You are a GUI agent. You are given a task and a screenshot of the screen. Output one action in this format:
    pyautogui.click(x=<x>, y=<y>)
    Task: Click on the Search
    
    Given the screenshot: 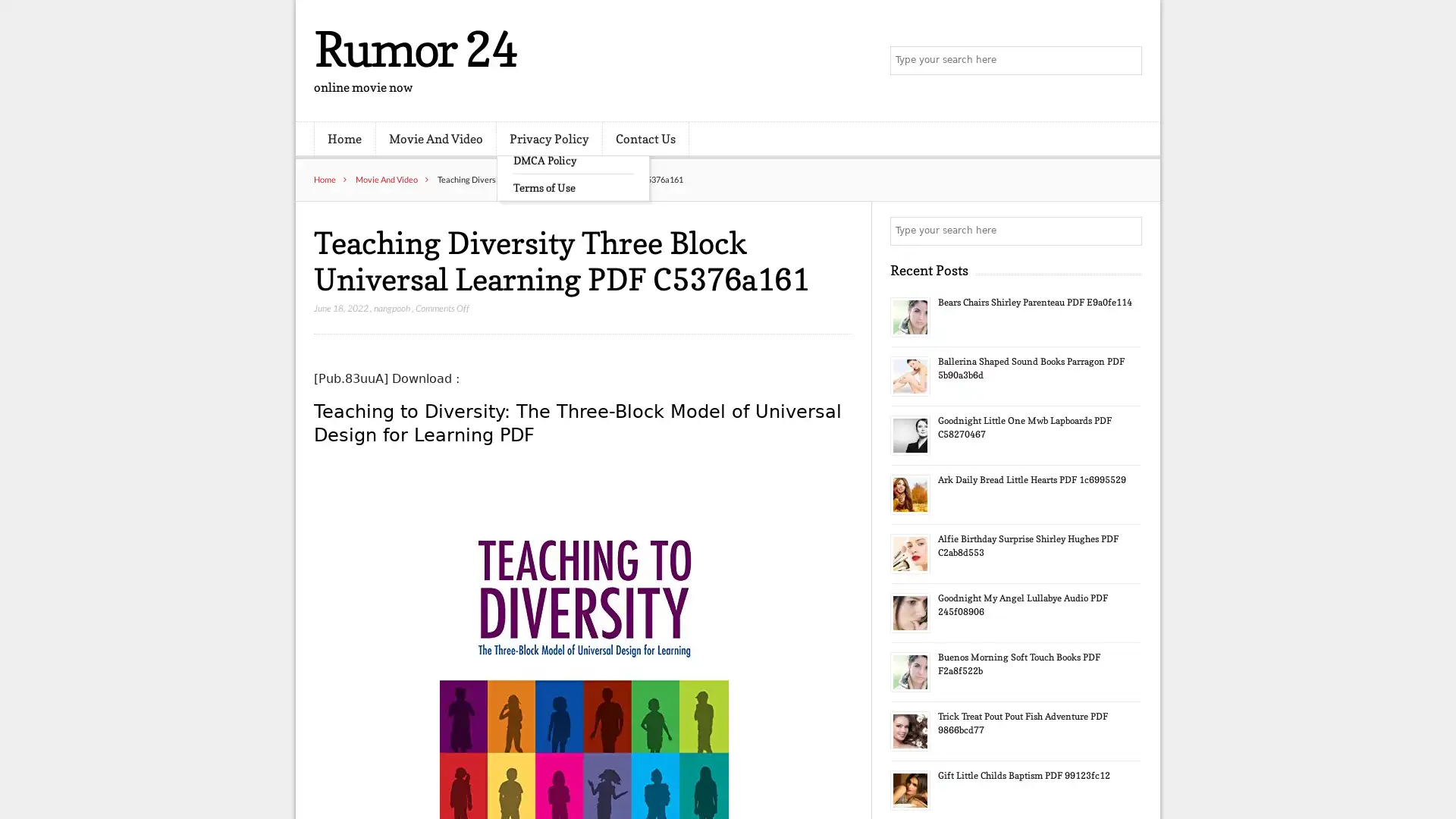 What is the action you would take?
    pyautogui.click(x=1126, y=61)
    